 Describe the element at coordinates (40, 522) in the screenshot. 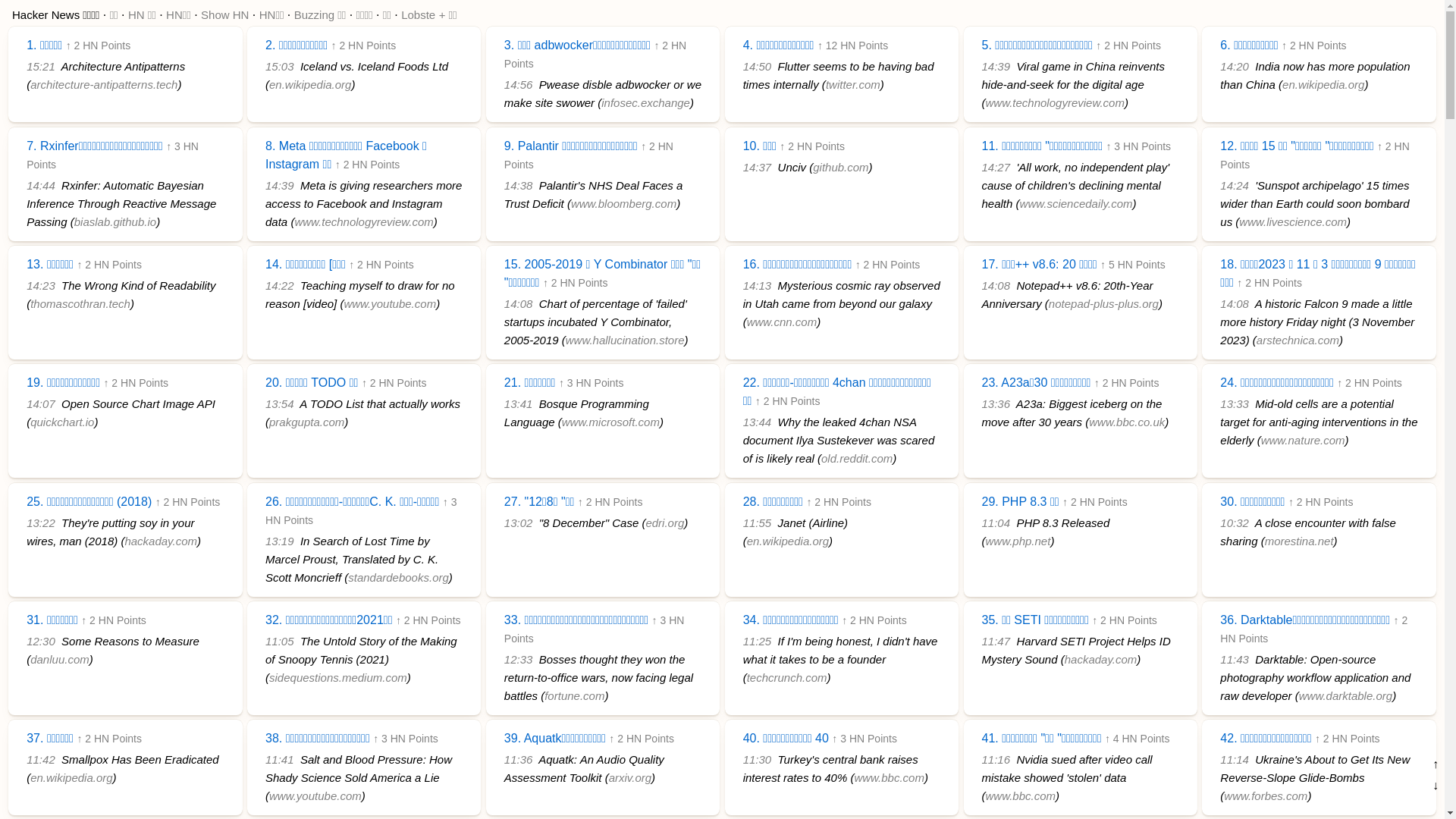

I see `'13:22'` at that location.